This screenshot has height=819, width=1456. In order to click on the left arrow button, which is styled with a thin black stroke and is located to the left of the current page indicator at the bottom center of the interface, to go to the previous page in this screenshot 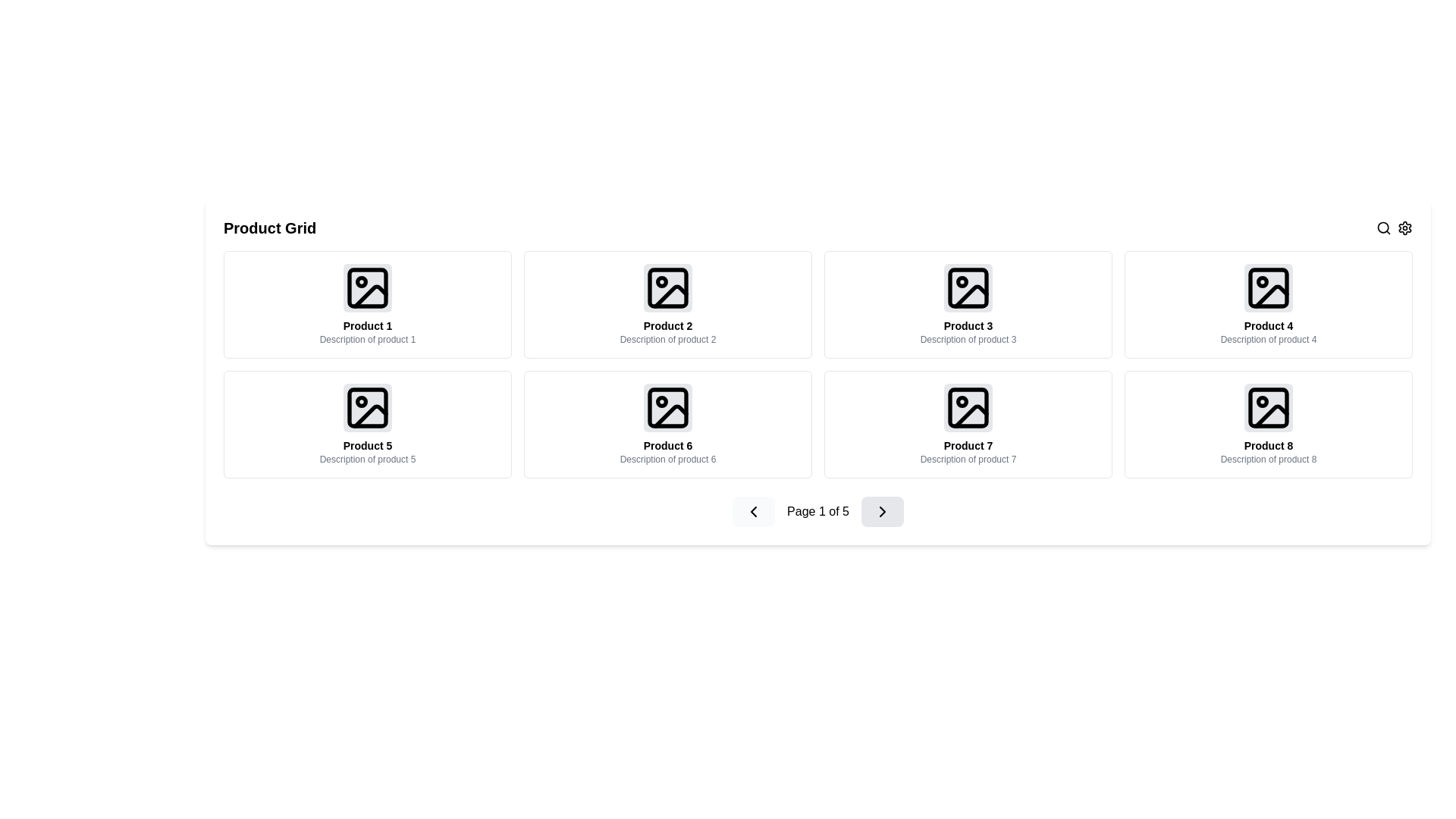, I will do `click(753, 512)`.